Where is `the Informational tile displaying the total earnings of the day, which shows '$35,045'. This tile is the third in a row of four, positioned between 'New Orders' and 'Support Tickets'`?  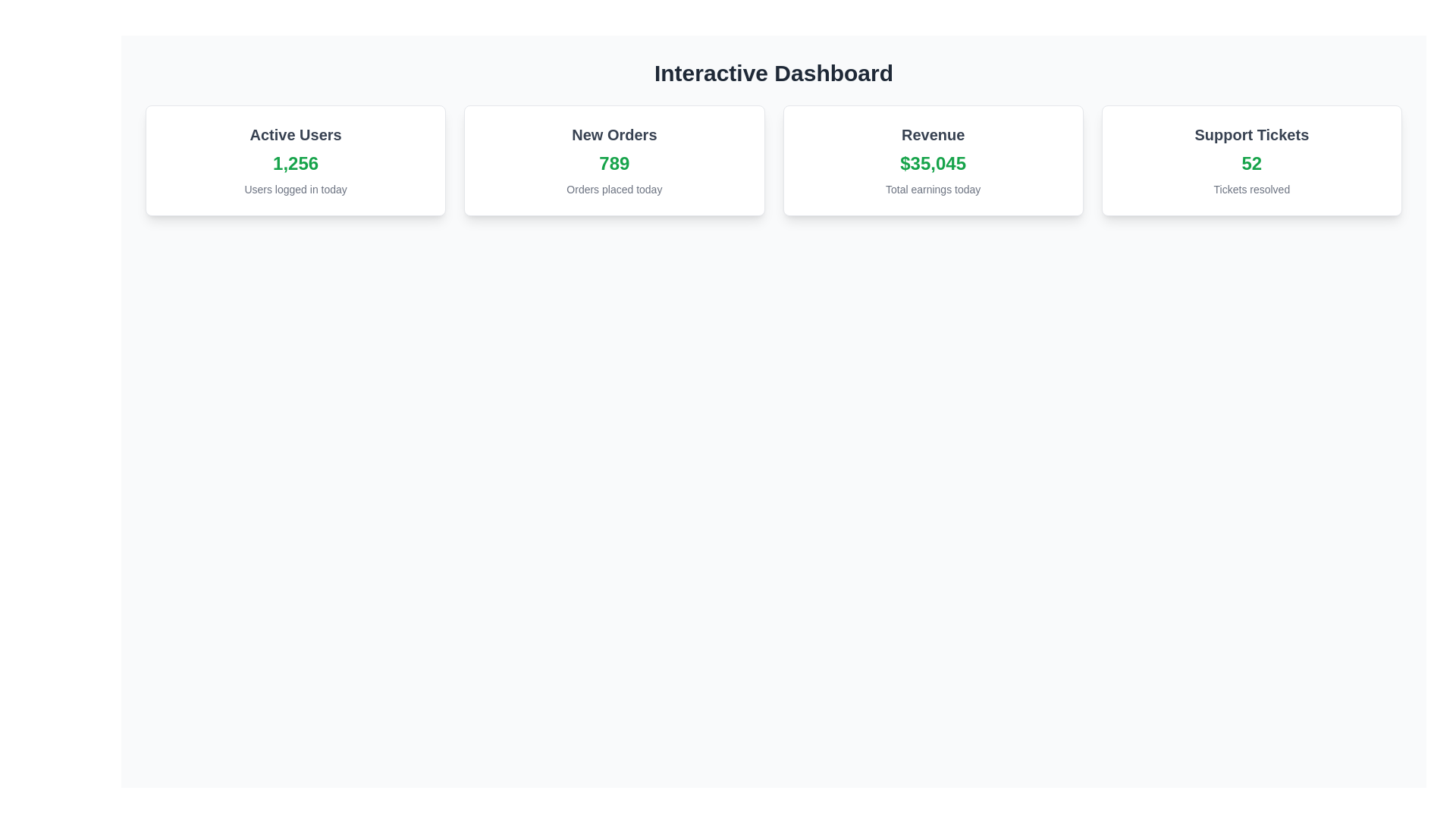
the Informational tile displaying the total earnings of the day, which shows '$35,045'. This tile is the third in a row of four, positioned between 'New Orders' and 'Support Tickets' is located at coordinates (932, 161).